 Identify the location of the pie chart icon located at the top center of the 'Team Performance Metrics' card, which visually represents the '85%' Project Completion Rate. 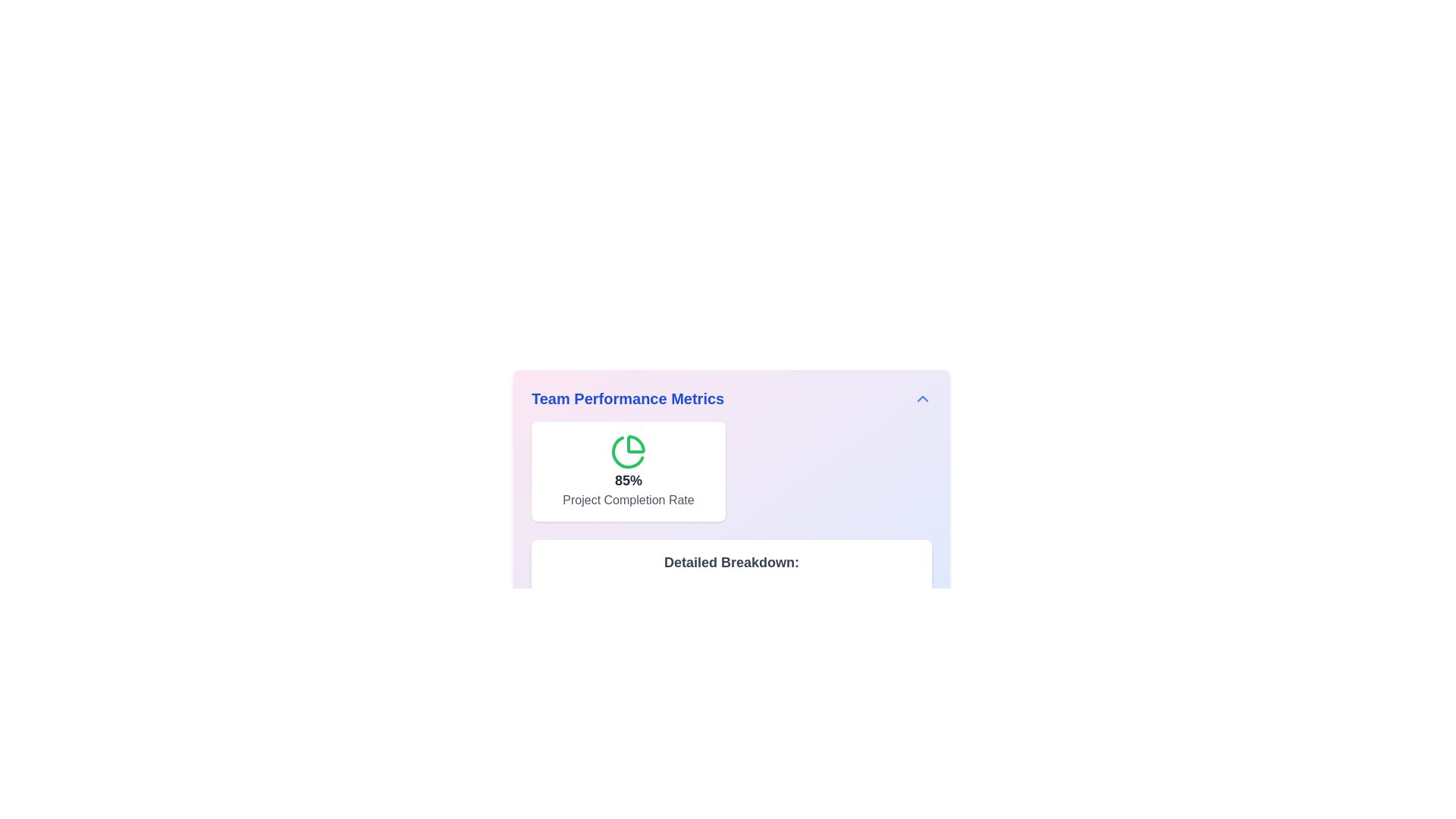
(629, 451).